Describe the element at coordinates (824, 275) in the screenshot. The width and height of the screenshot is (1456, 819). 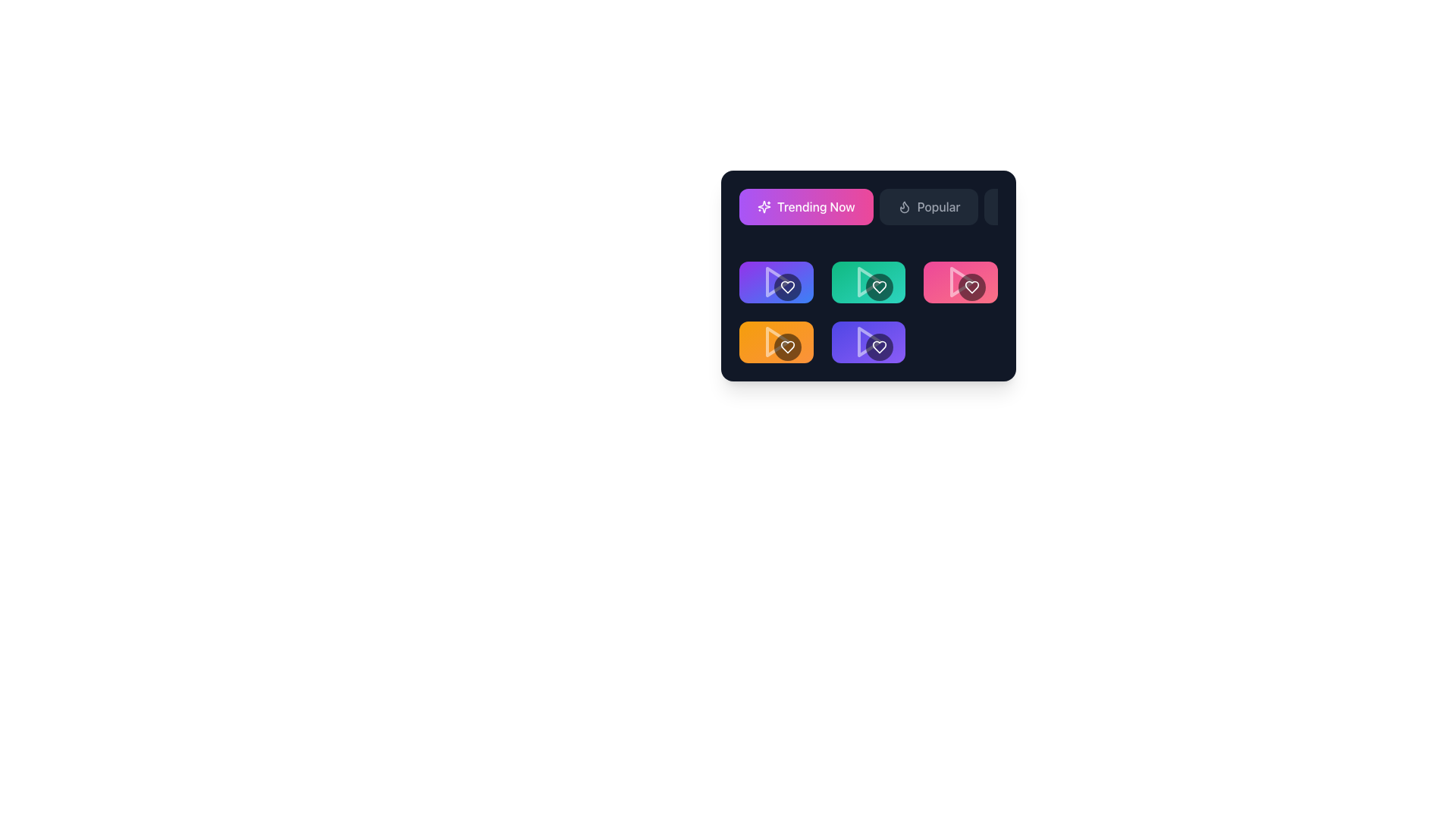
I see `the icon button featuring a white heart outline on a teal background, located in the second column of the first row of the grid` at that location.